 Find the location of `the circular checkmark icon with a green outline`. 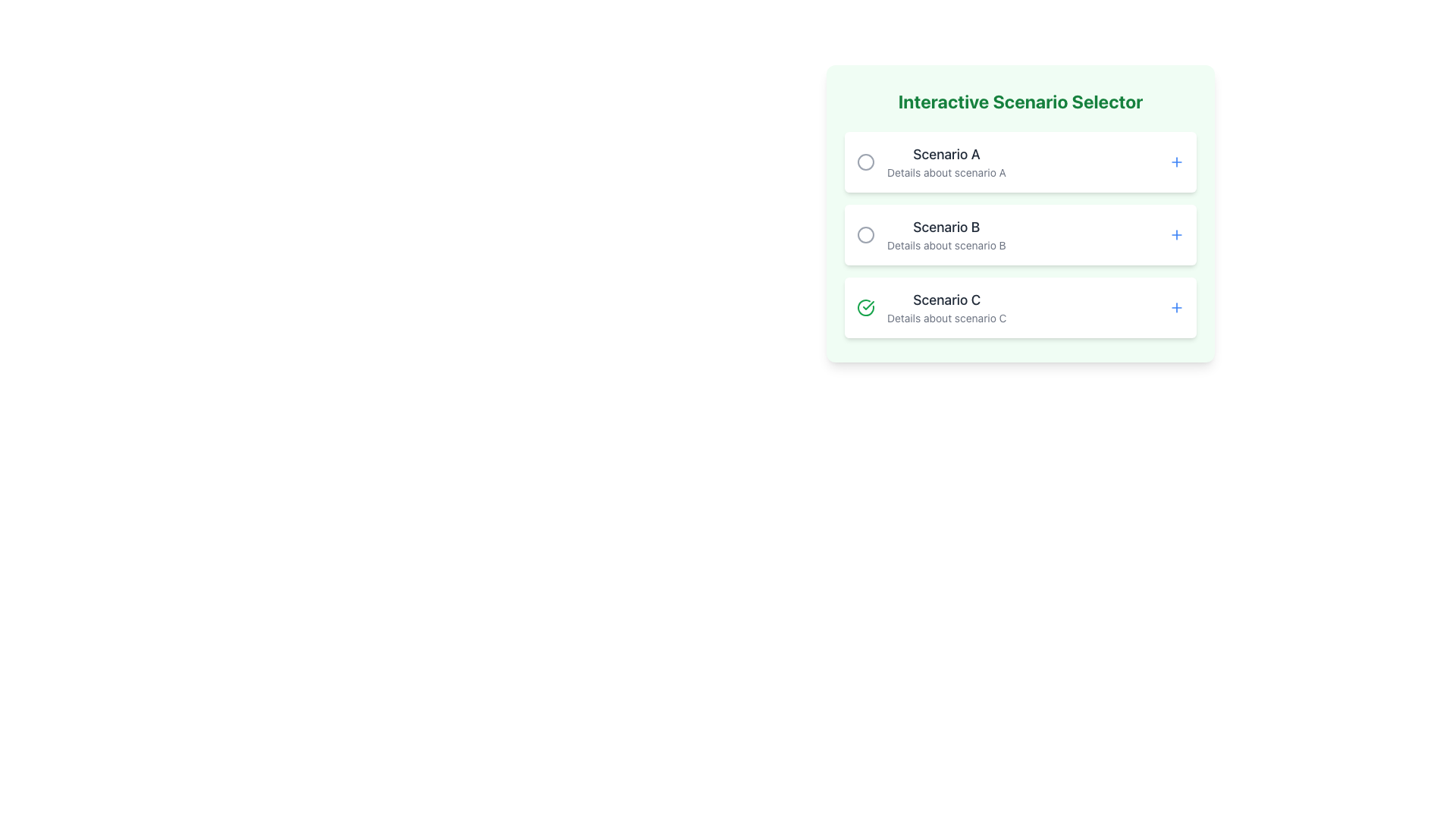

the circular checkmark icon with a green outline is located at coordinates (866, 307).